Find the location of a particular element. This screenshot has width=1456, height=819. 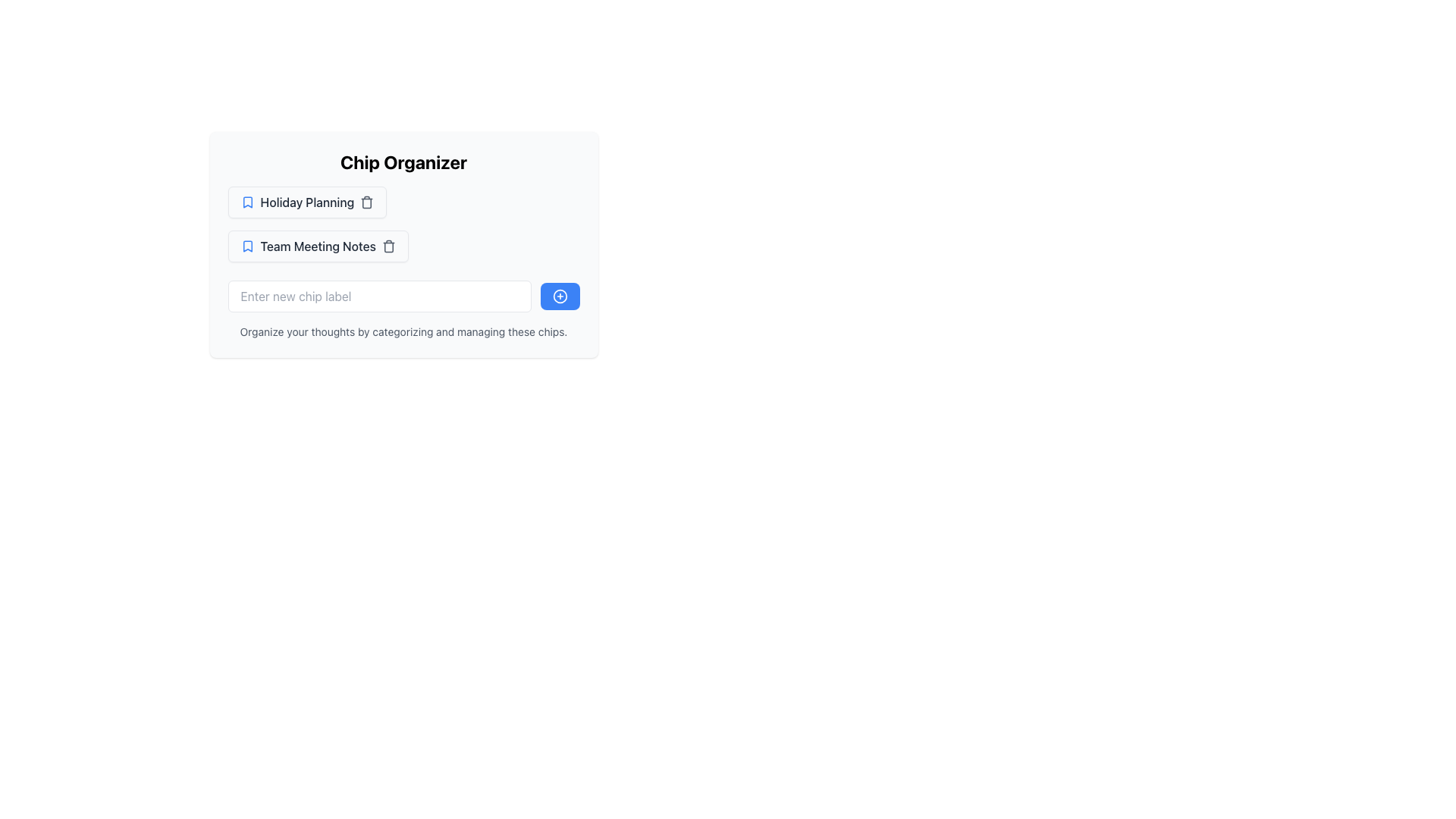

the circular outline of the SVG graphic that is part of a button located to the right of an input box is located at coordinates (559, 296).